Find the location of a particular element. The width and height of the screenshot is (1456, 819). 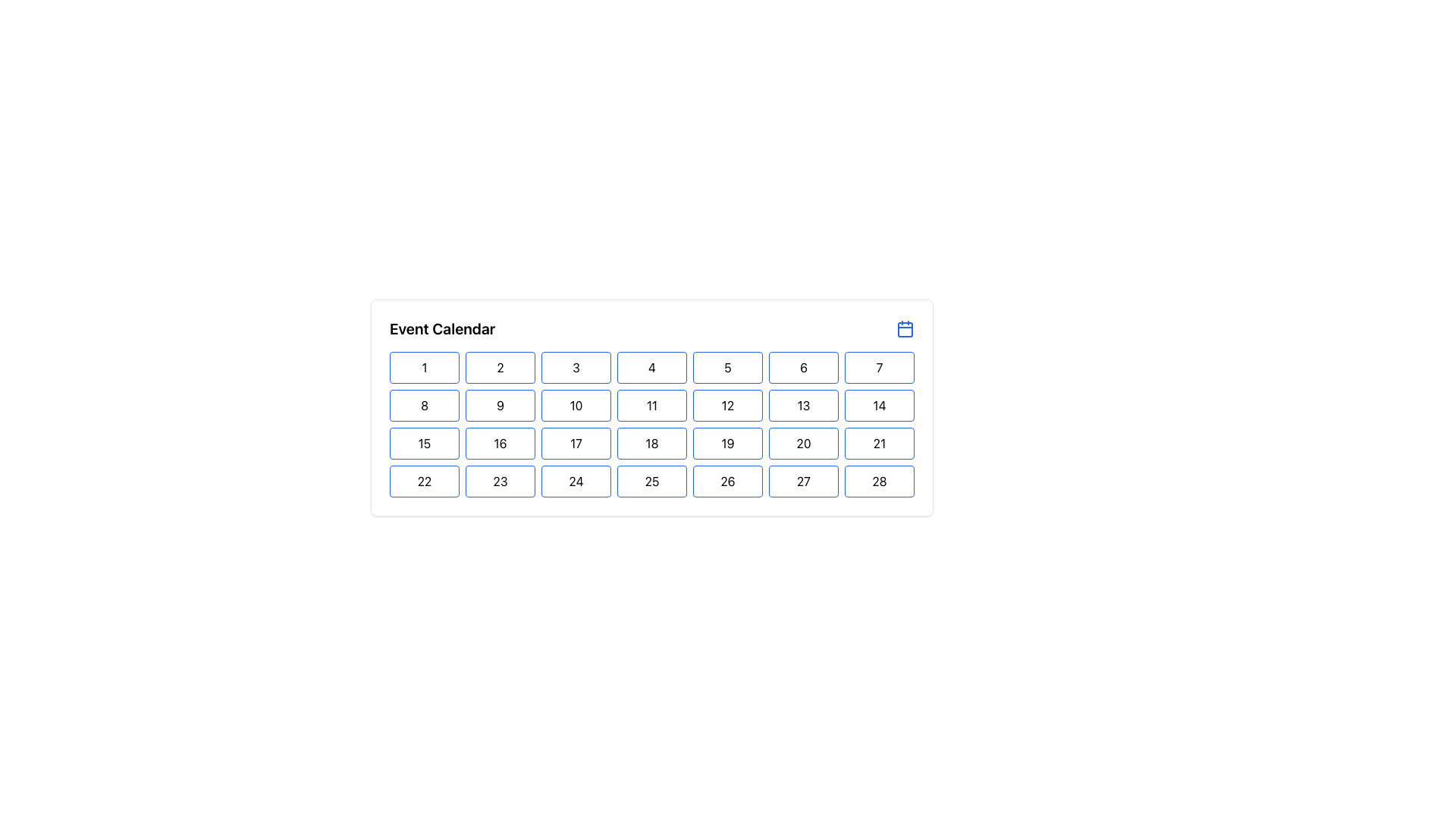

the button representing the second row and first column in the interactive calendar grid to change its appearance is located at coordinates (425, 405).